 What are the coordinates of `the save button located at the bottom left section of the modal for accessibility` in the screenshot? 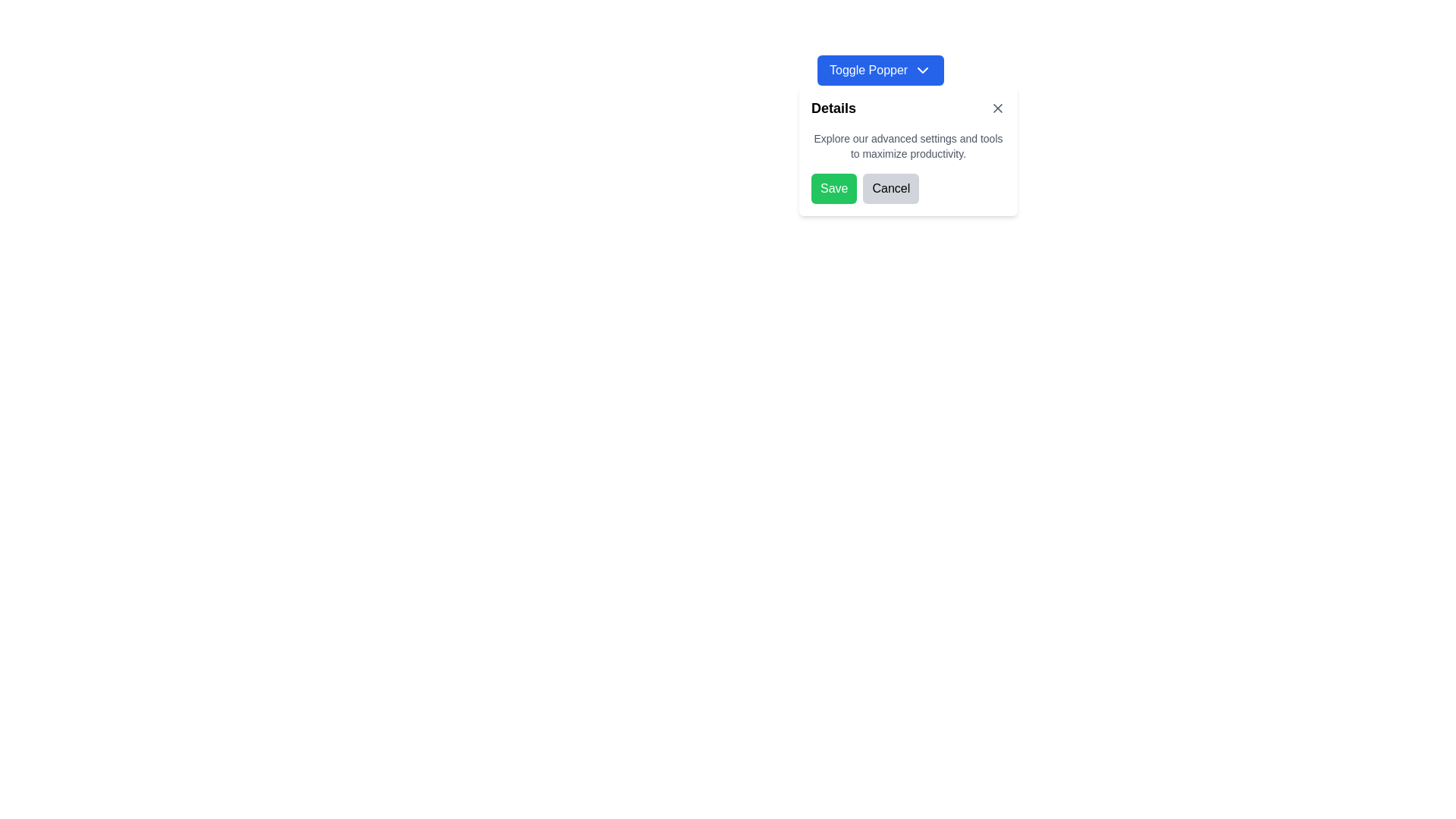 It's located at (833, 188).